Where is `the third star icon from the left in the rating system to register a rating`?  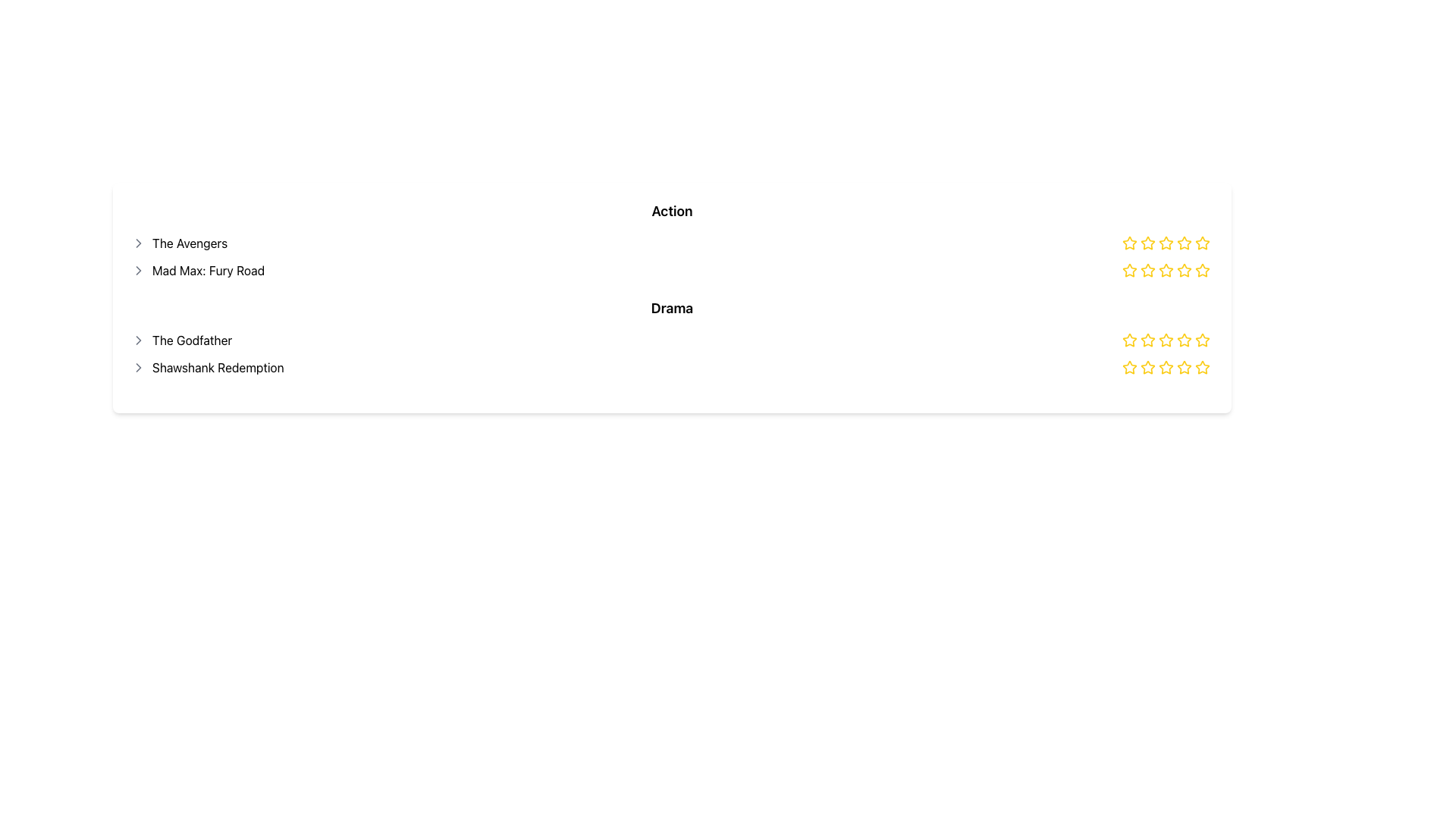 the third star icon from the left in the rating system to register a rating is located at coordinates (1147, 242).